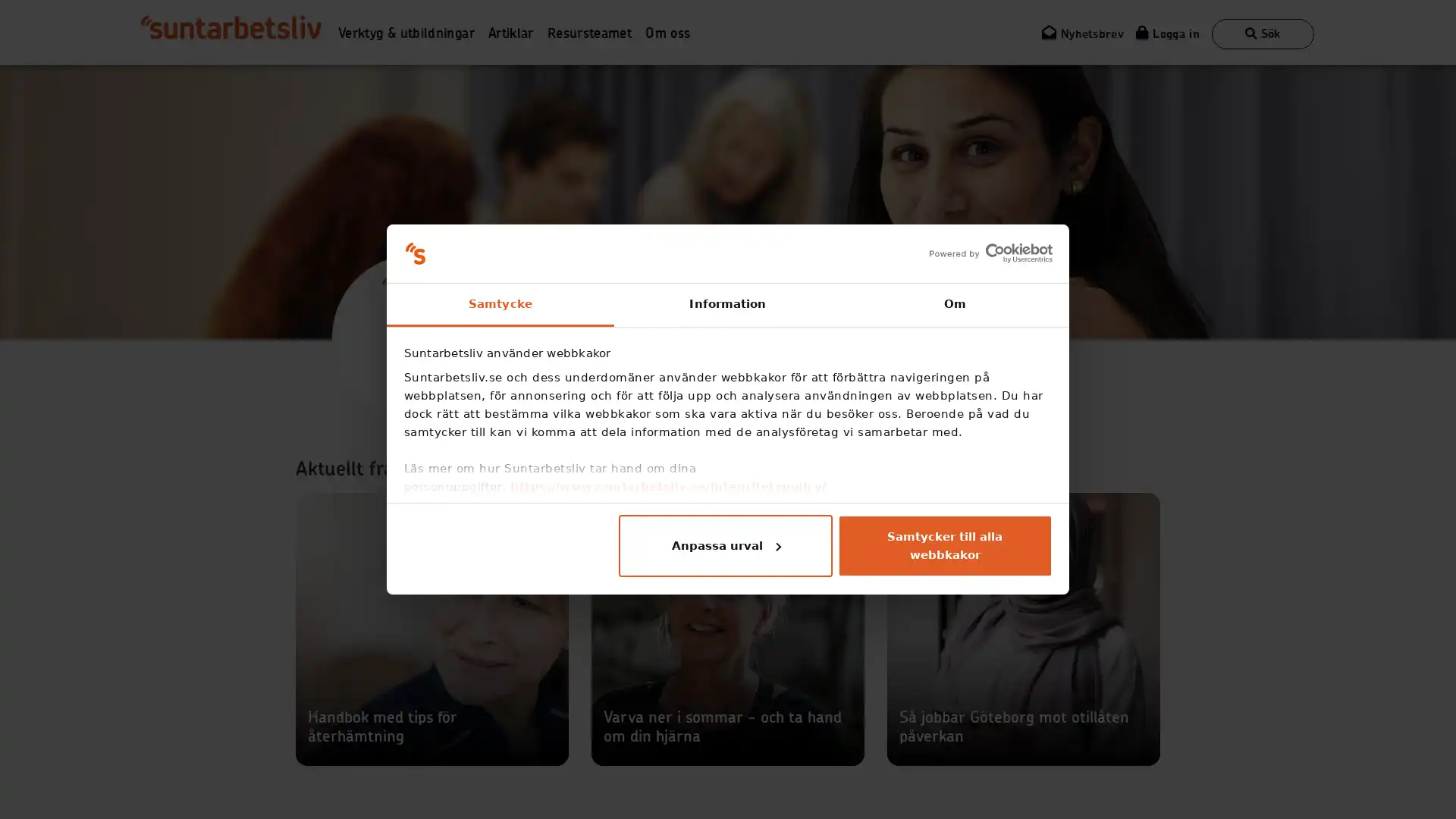 This screenshot has width=1456, height=819. I want to click on Visa sokruta Sok, so click(1262, 34).